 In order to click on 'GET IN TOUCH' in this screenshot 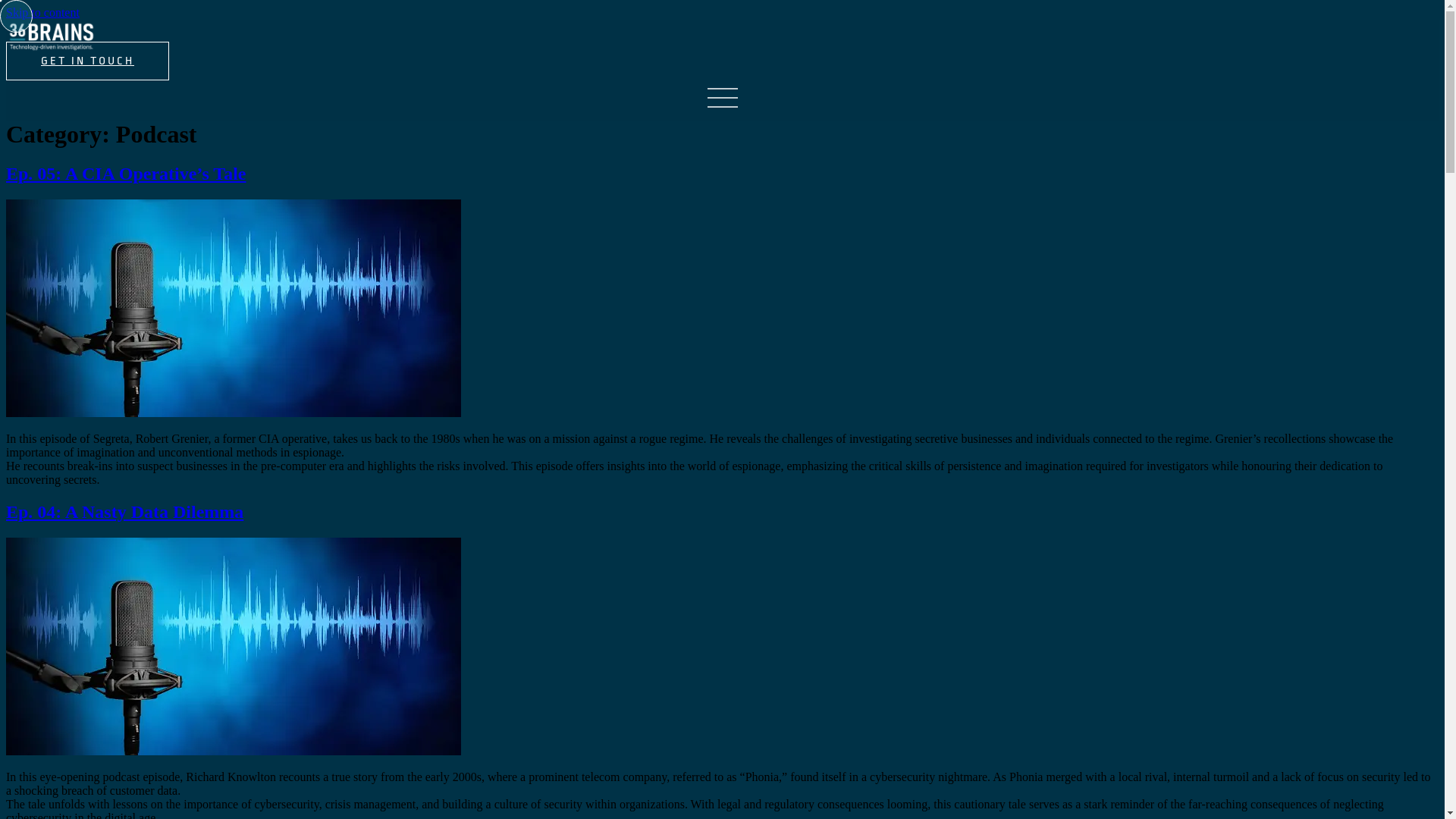, I will do `click(86, 60)`.